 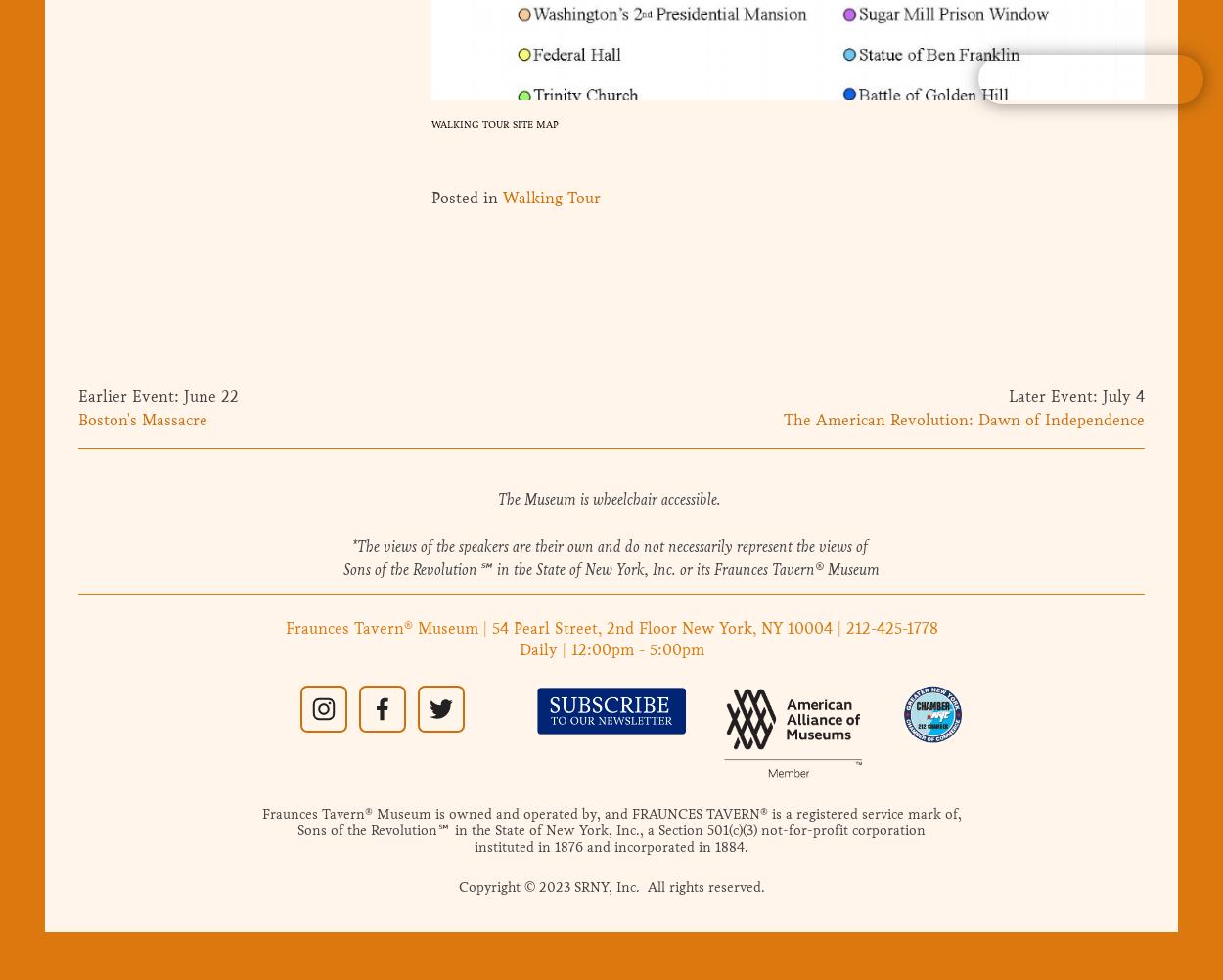 I want to click on 'Fraunces Tavern® Museum | 54 Pearl Street, 2nd Floor New York, NY 10004 | 212-425-1778', so click(x=610, y=626).